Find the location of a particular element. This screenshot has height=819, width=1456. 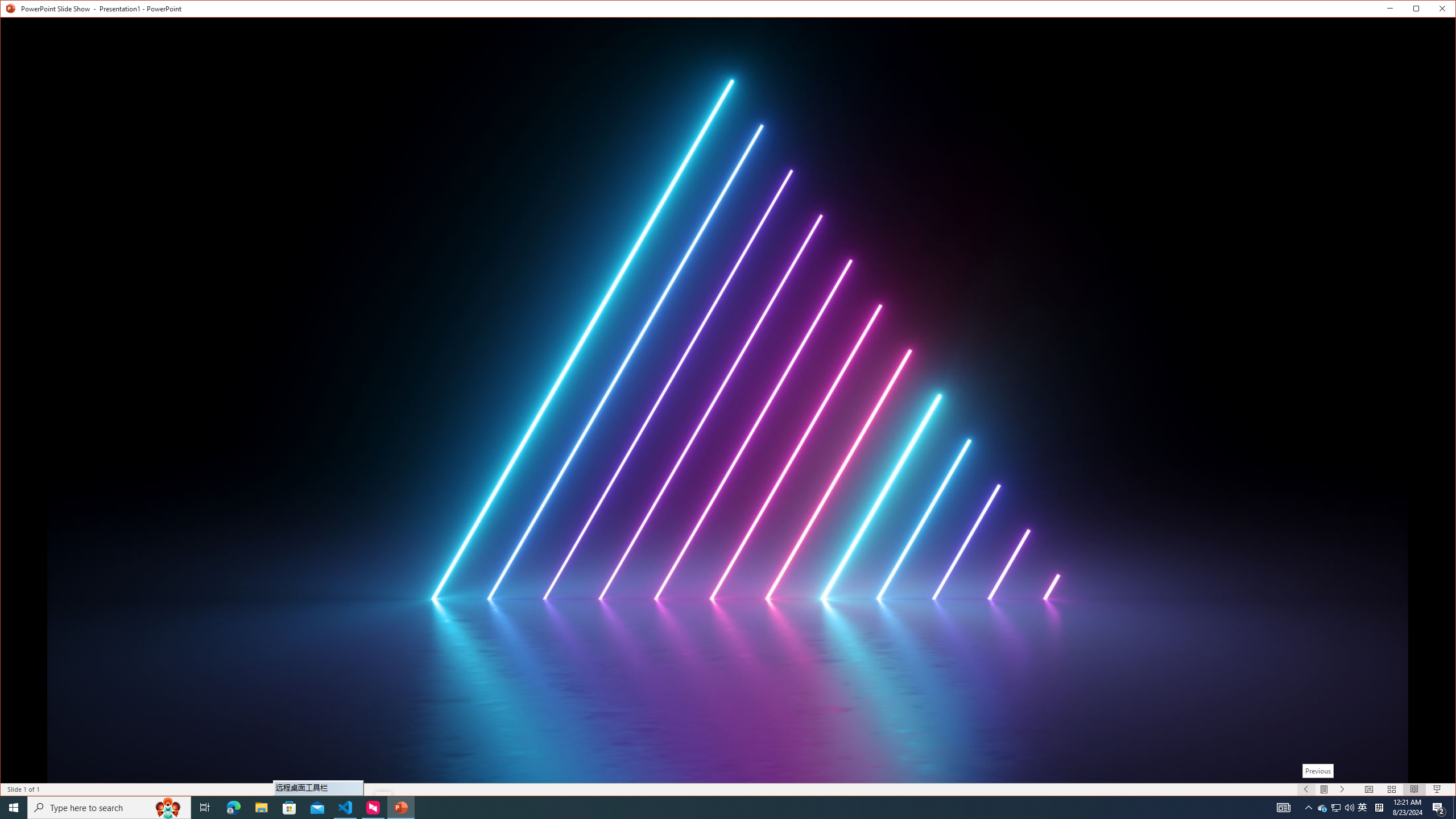

'AutomationID: 4105' is located at coordinates (1283, 806).